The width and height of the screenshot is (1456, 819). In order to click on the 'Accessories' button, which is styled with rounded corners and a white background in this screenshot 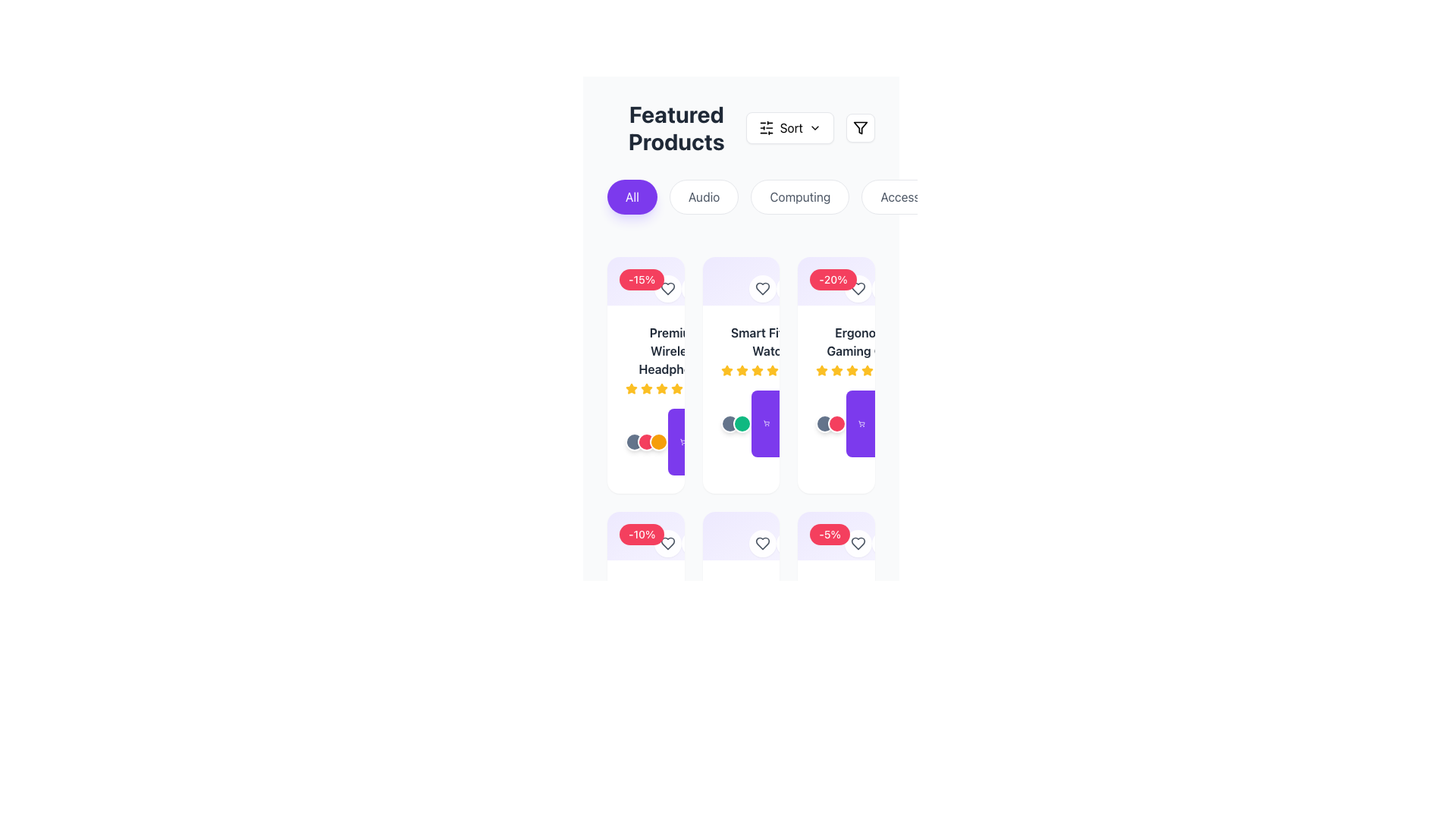, I will do `click(912, 196)`.